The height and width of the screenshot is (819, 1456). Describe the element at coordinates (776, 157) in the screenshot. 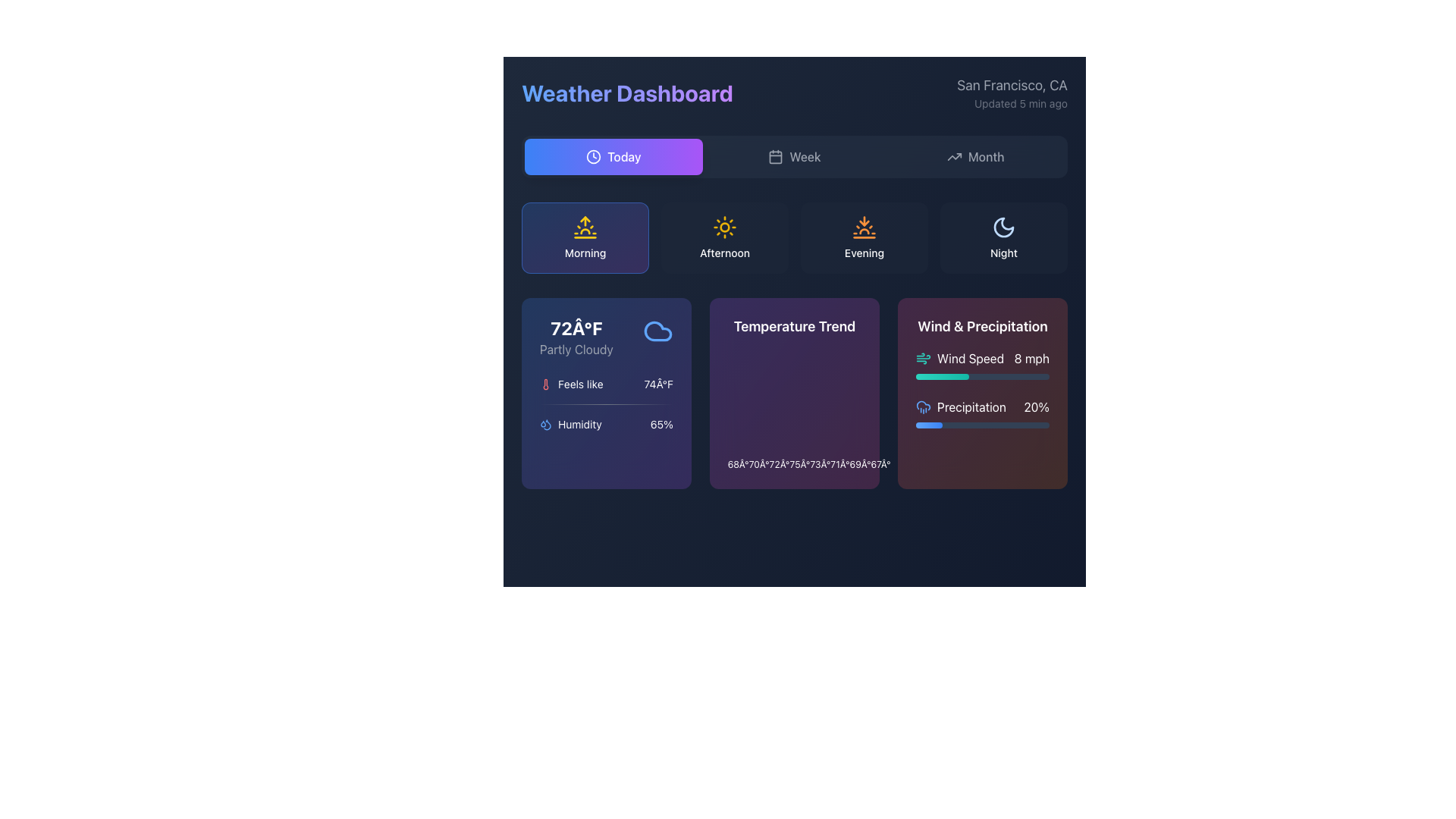

I see `the background decorative part of the calendar icon located in the header of the UI, which serves as the main body of the calendar section` at that location.